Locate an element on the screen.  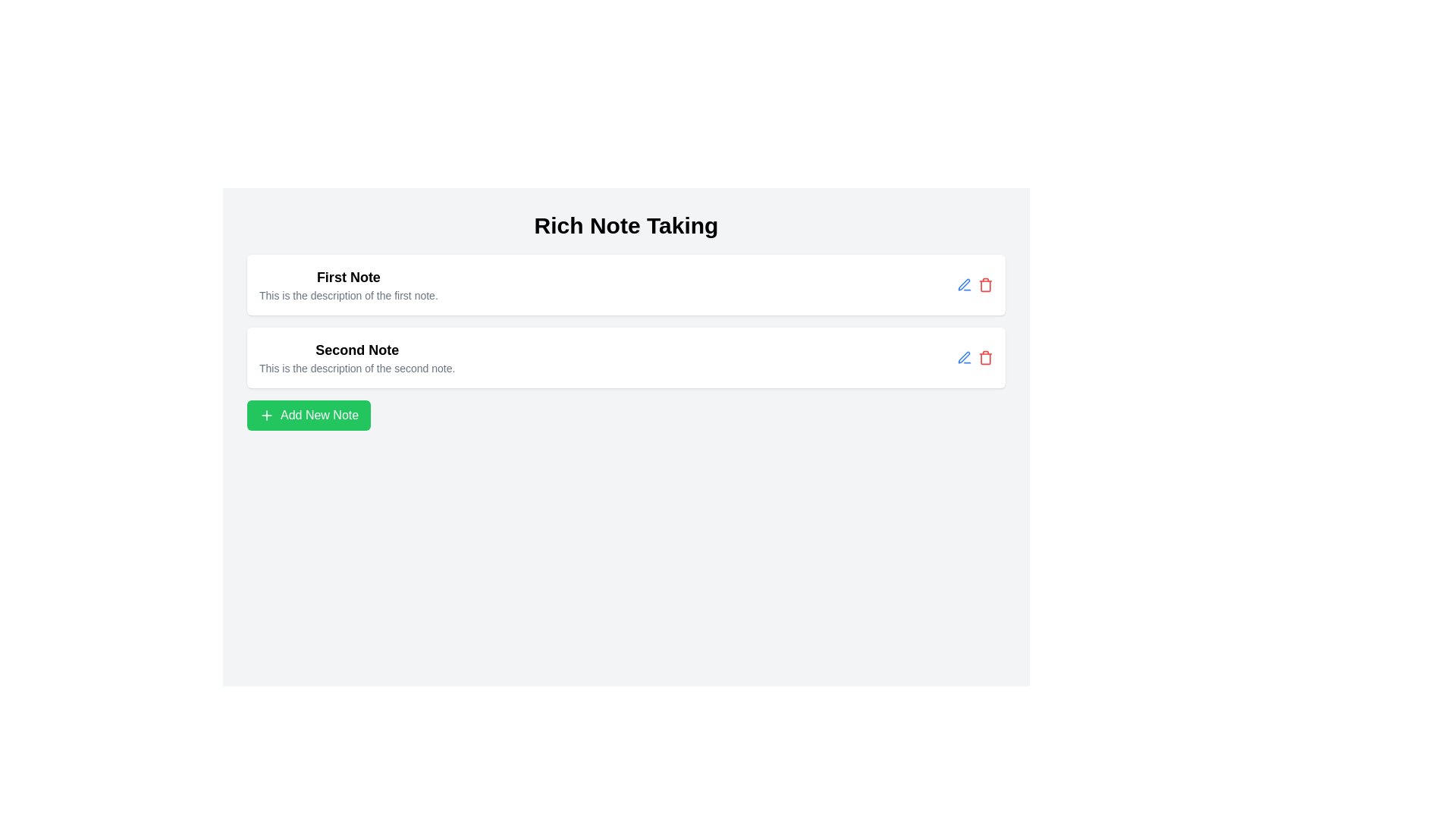
the edit button located in the right section of the first note's action area is located at coordinates (964, 357).